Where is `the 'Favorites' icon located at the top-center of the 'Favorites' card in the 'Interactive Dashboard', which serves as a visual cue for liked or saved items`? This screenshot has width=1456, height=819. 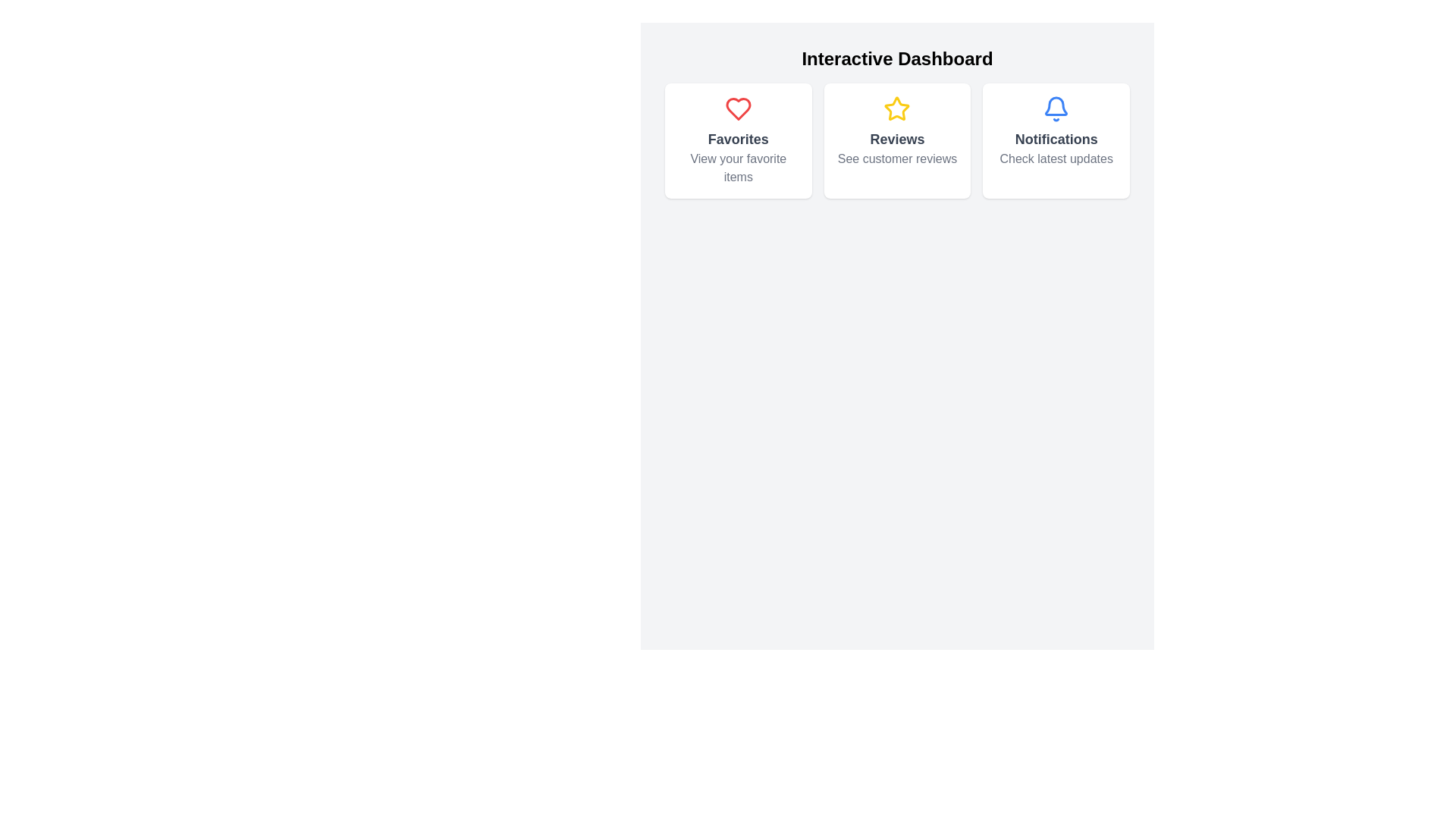 the 'Favorites' icon located at the top-center of the 'Favorites' card in the 'Interactive Dashboard', which serves as a visual cue for liked or saved items is located at coordinates (738, 108).